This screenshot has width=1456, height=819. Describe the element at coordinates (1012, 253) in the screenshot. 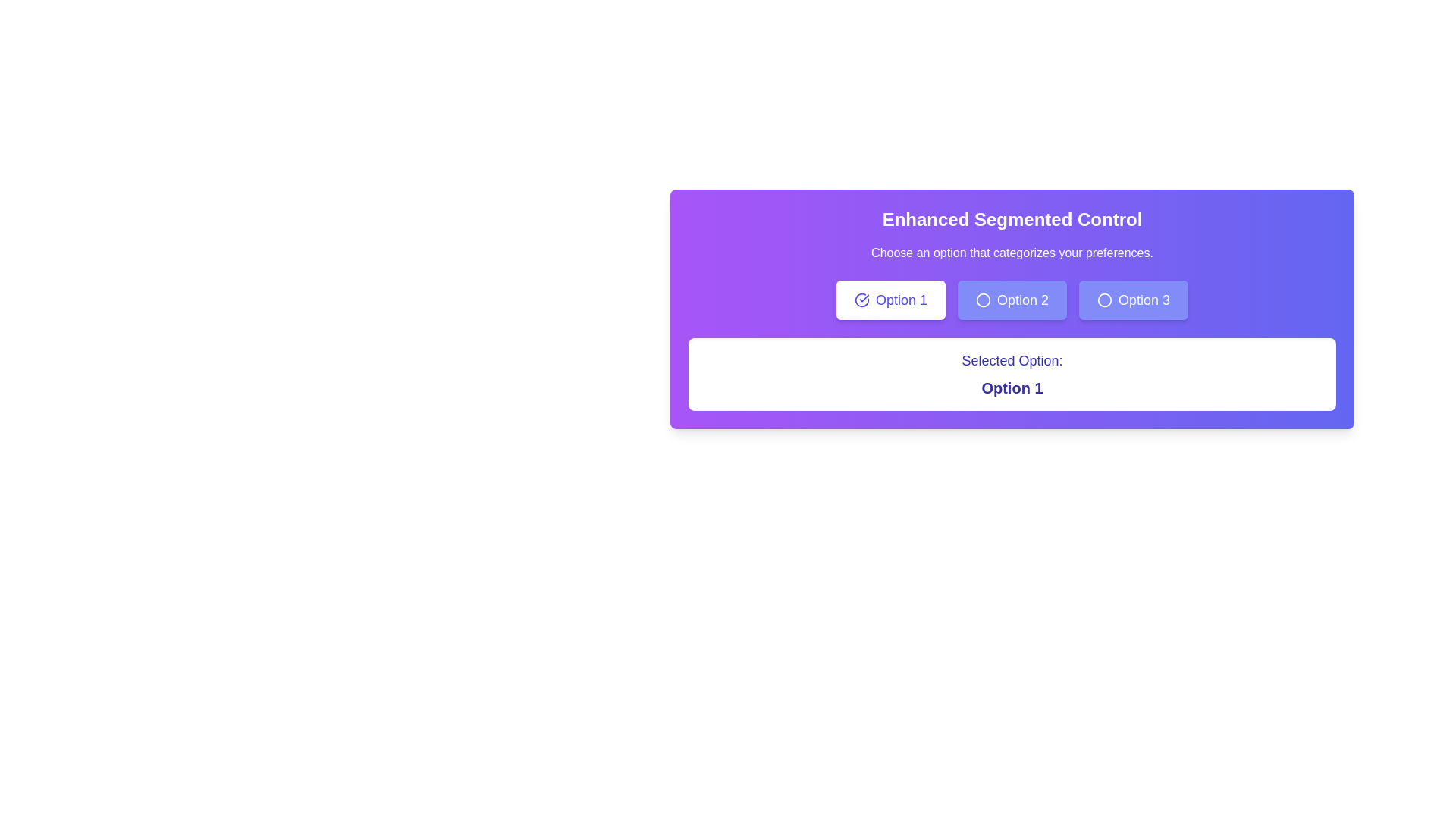

I see `the text label that provides context for the options below the title 'Enhanced Segmented Control'` at that location.